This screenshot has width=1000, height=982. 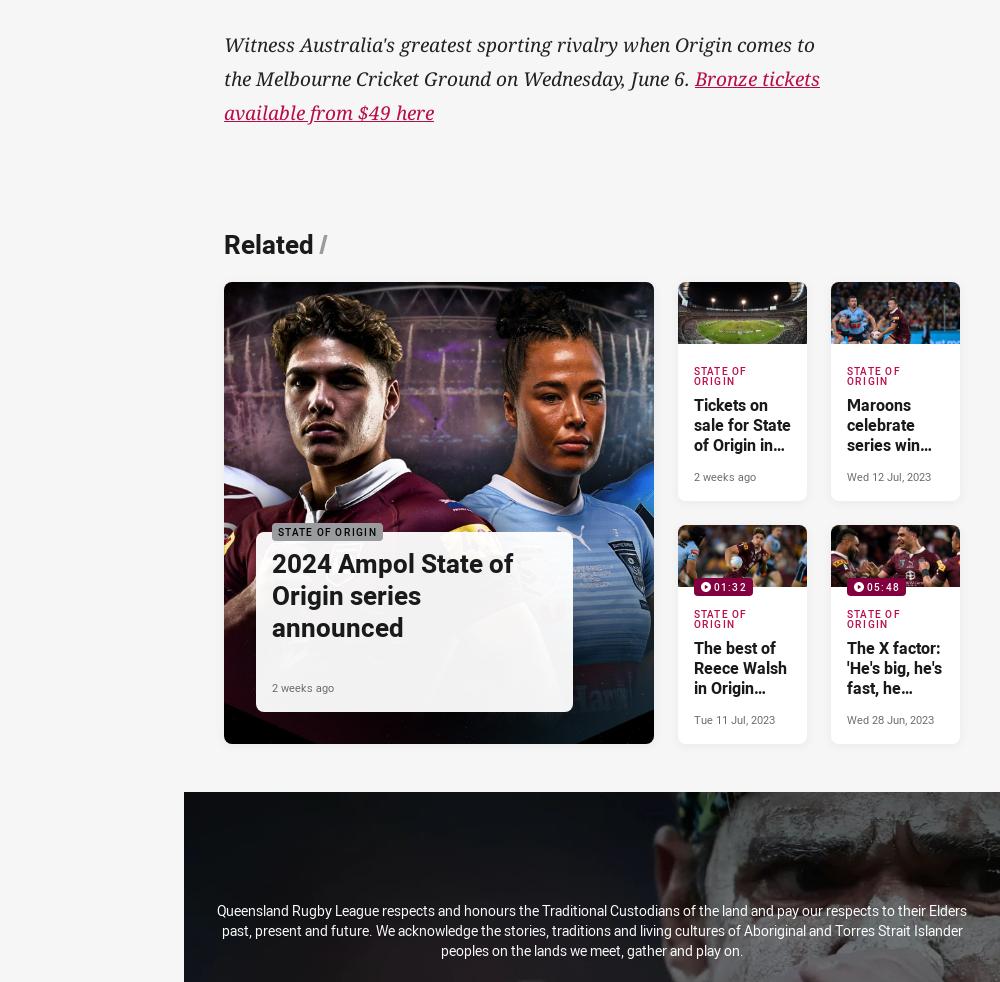 I want to click on 'Maroons celebrate series win after Game III defeat', so click(x=845, y=445).